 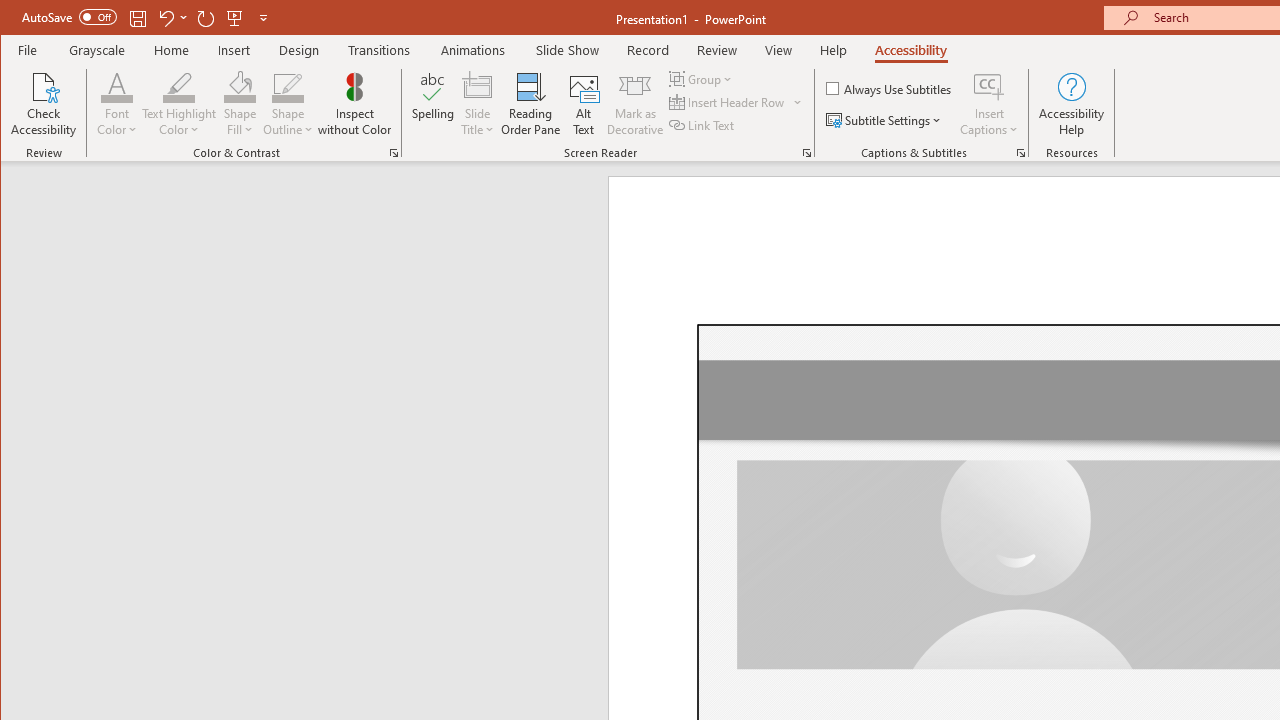 I want to click on 'Insert Header Row', so click(x=727, y=102).